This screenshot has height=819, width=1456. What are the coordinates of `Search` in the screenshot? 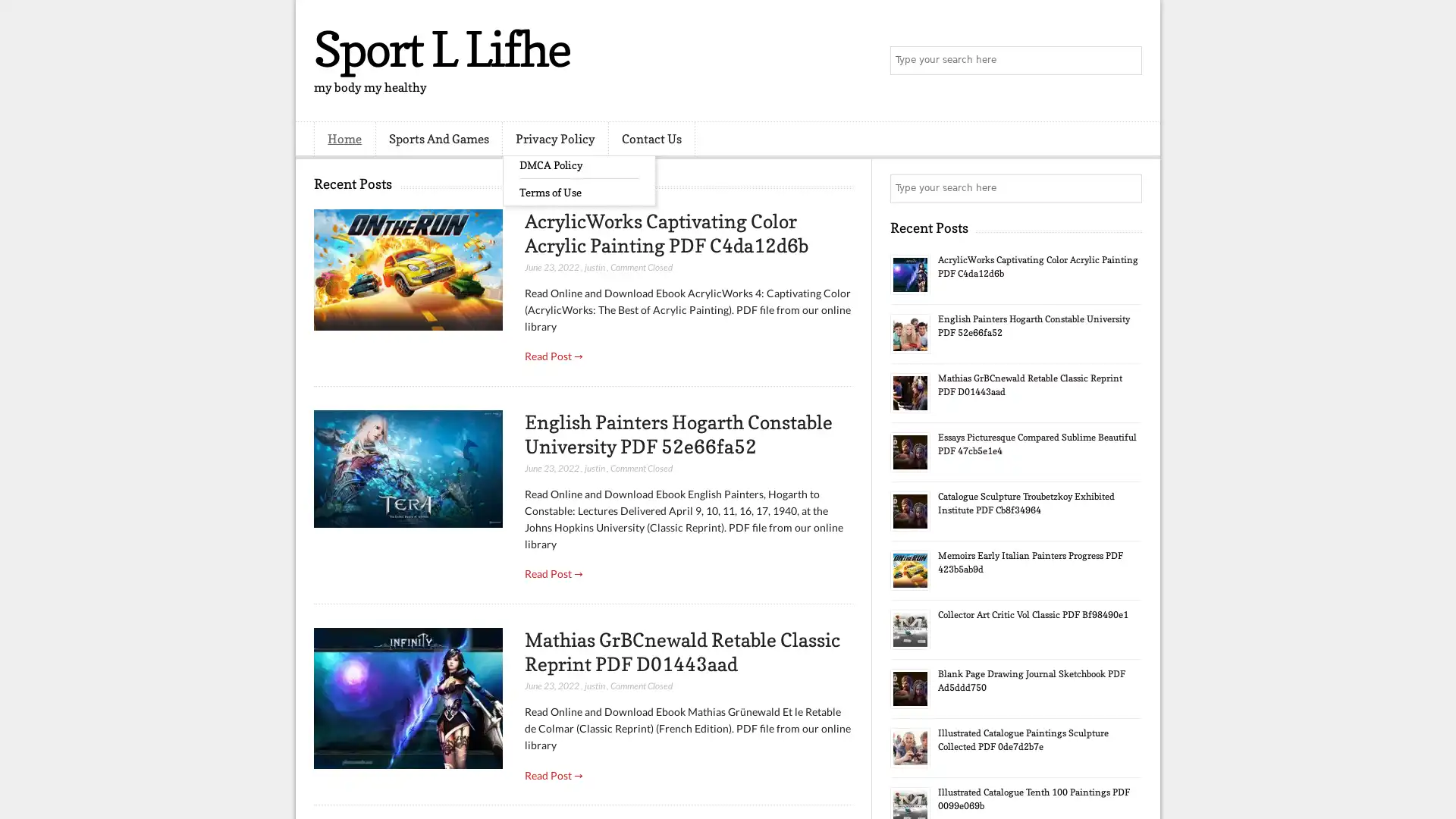 It's located at (1126, 188).